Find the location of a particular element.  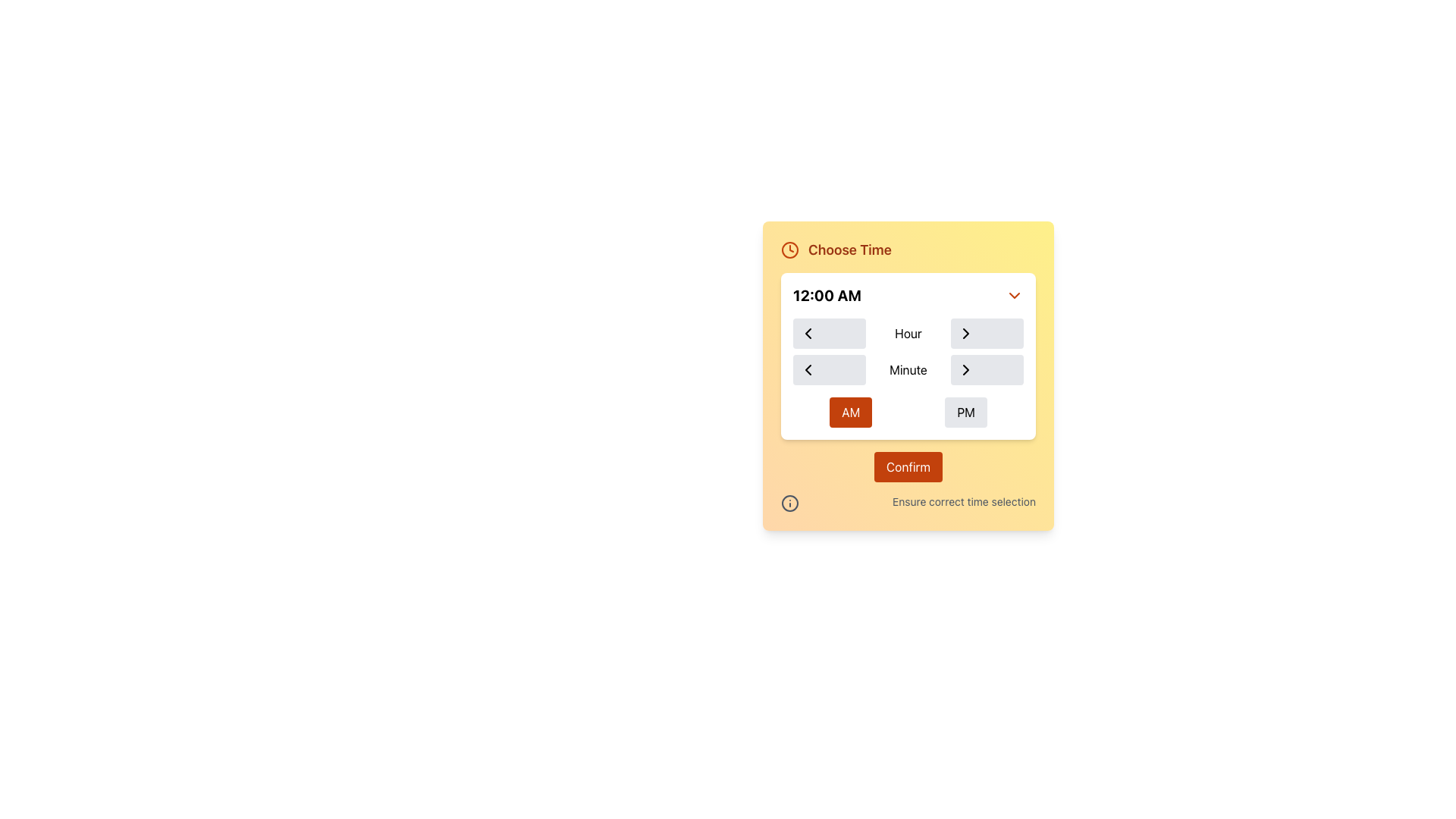

the confirm button located at the bottom of the panel with a yellow background is located at coordinates (908, 466).